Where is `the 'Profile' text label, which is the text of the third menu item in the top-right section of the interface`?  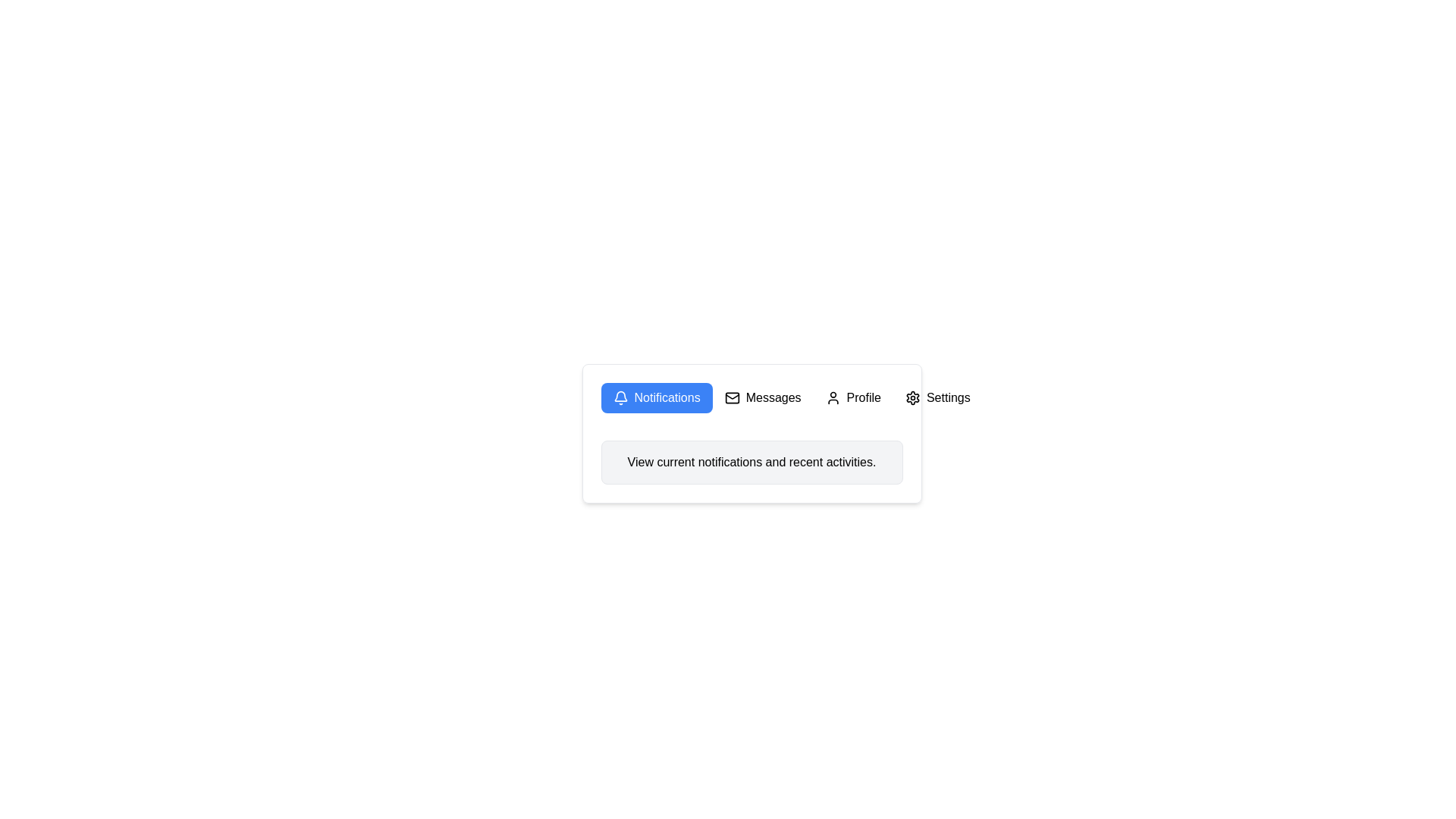
the 'Profile' text label, which is the text of the third menu item in the top-right section of the interface is located at coordinates (864, 397).